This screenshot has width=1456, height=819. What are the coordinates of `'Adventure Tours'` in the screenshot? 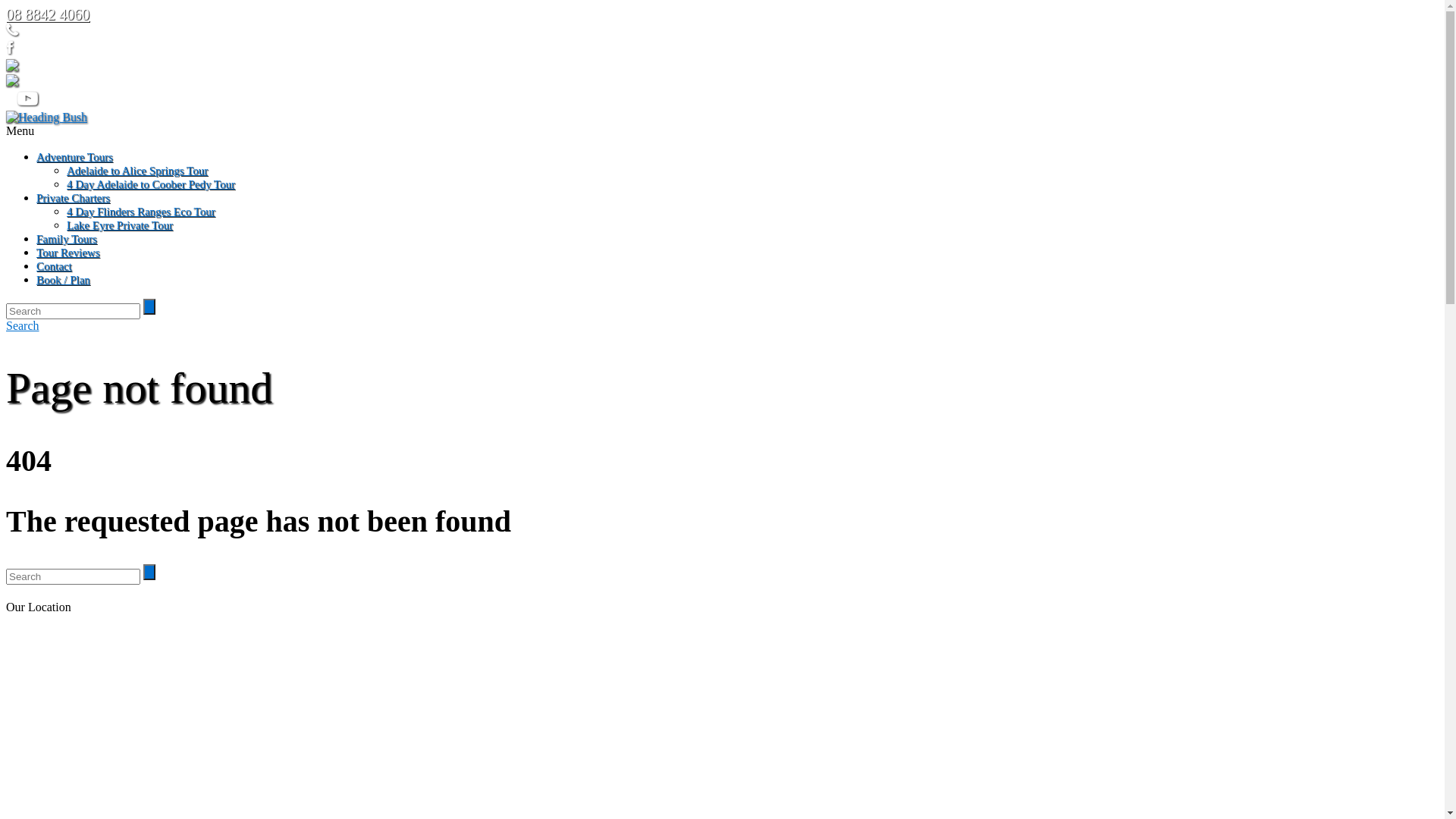 It's located at (74, 157).